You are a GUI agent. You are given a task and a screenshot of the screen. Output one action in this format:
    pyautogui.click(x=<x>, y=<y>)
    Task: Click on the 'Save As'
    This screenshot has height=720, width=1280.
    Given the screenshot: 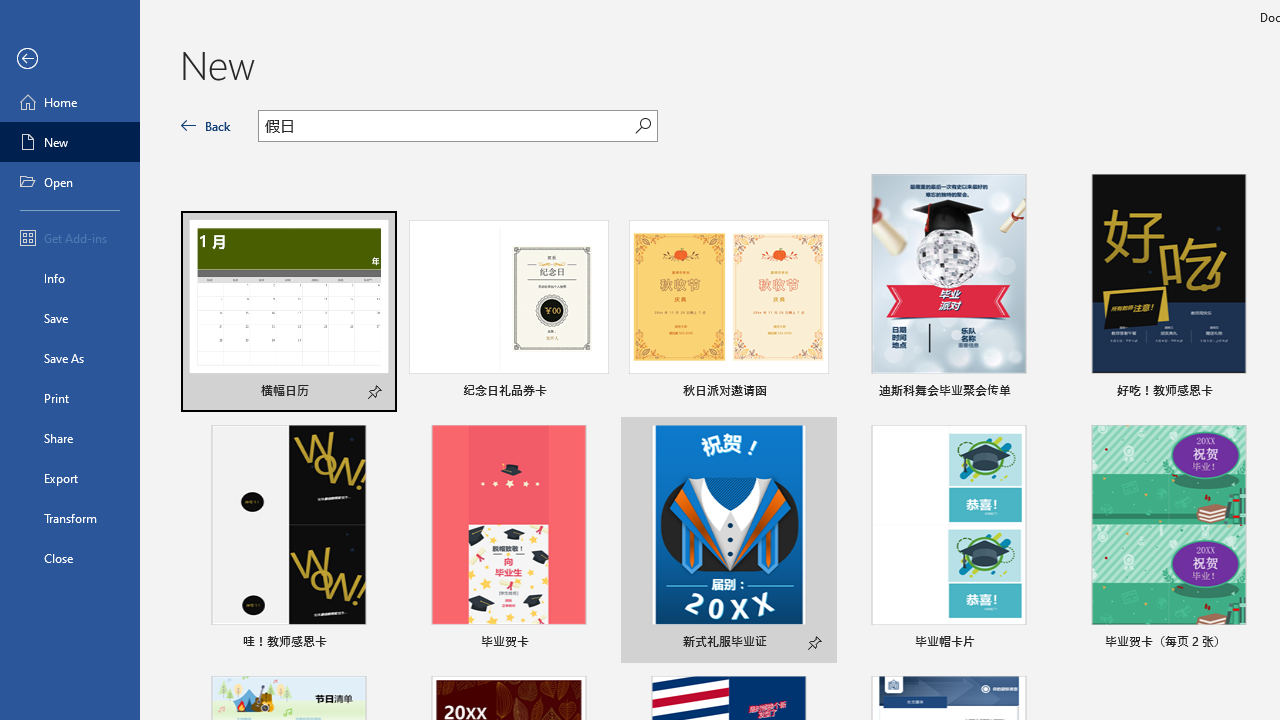 What is the action you would take?
    pyautogui.click(x=69, y=356)
    